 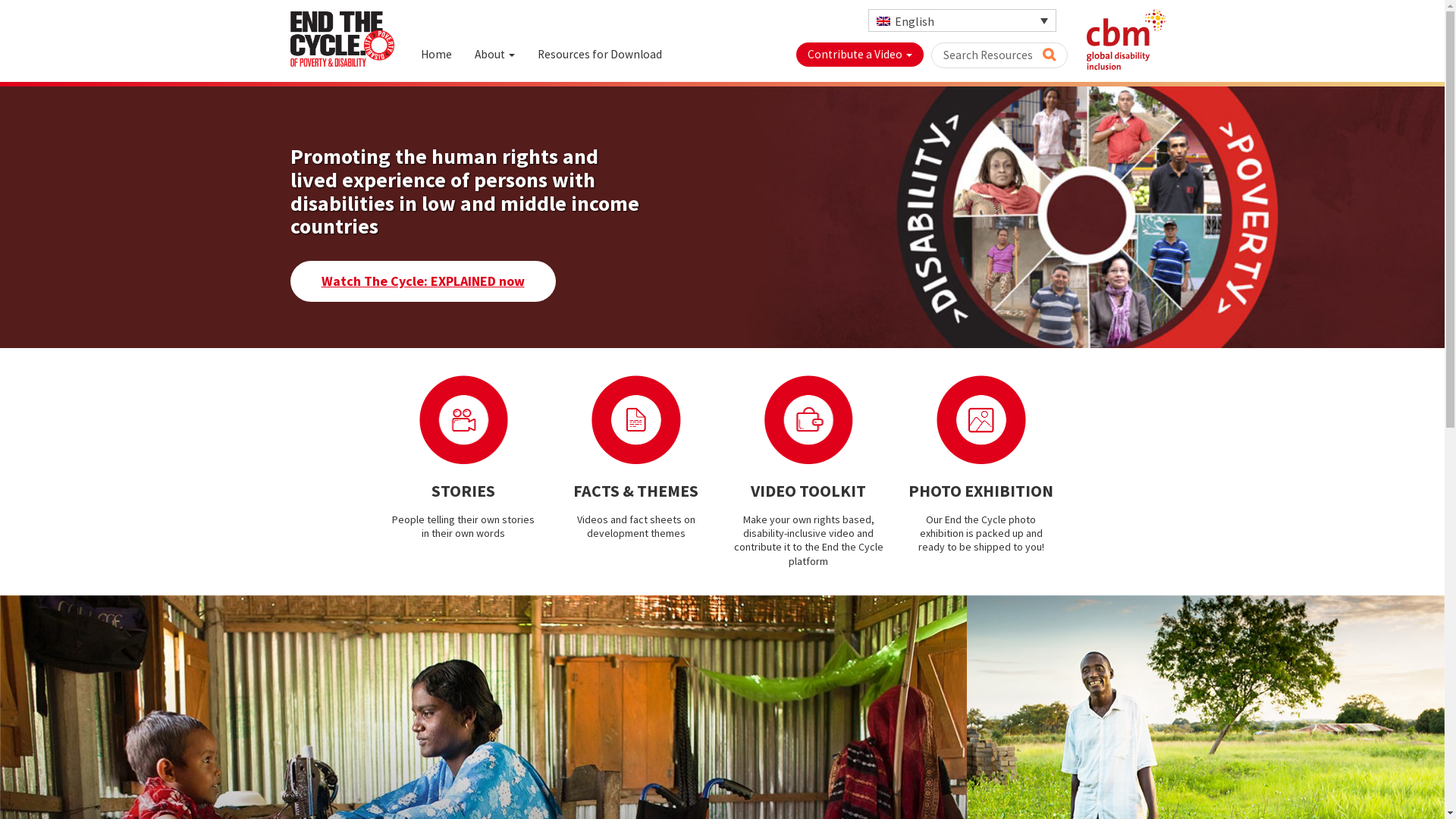 I want to click on 'Contribute a Video', so click(x=859, y=54).